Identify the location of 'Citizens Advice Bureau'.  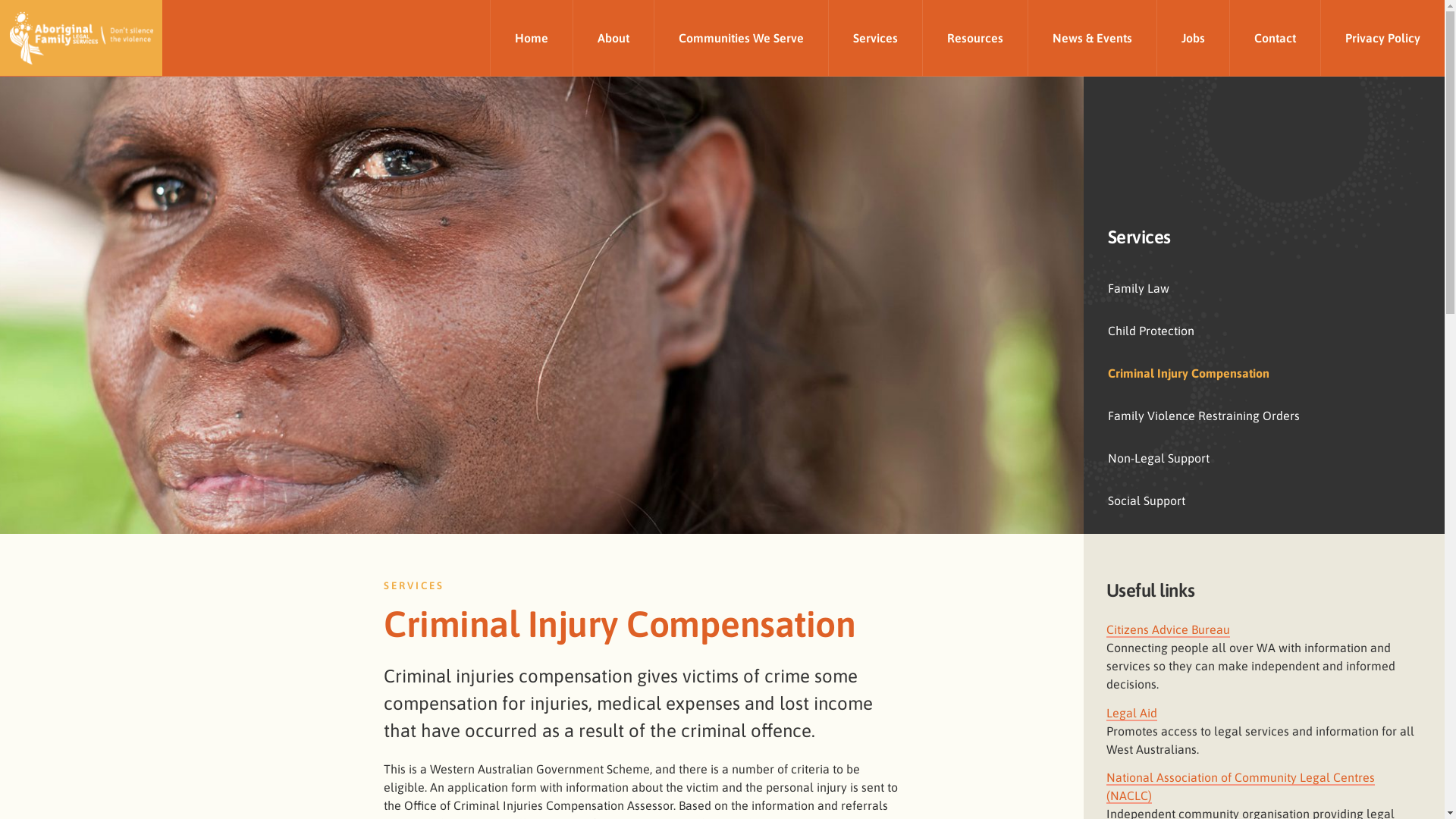
(1167, 629).